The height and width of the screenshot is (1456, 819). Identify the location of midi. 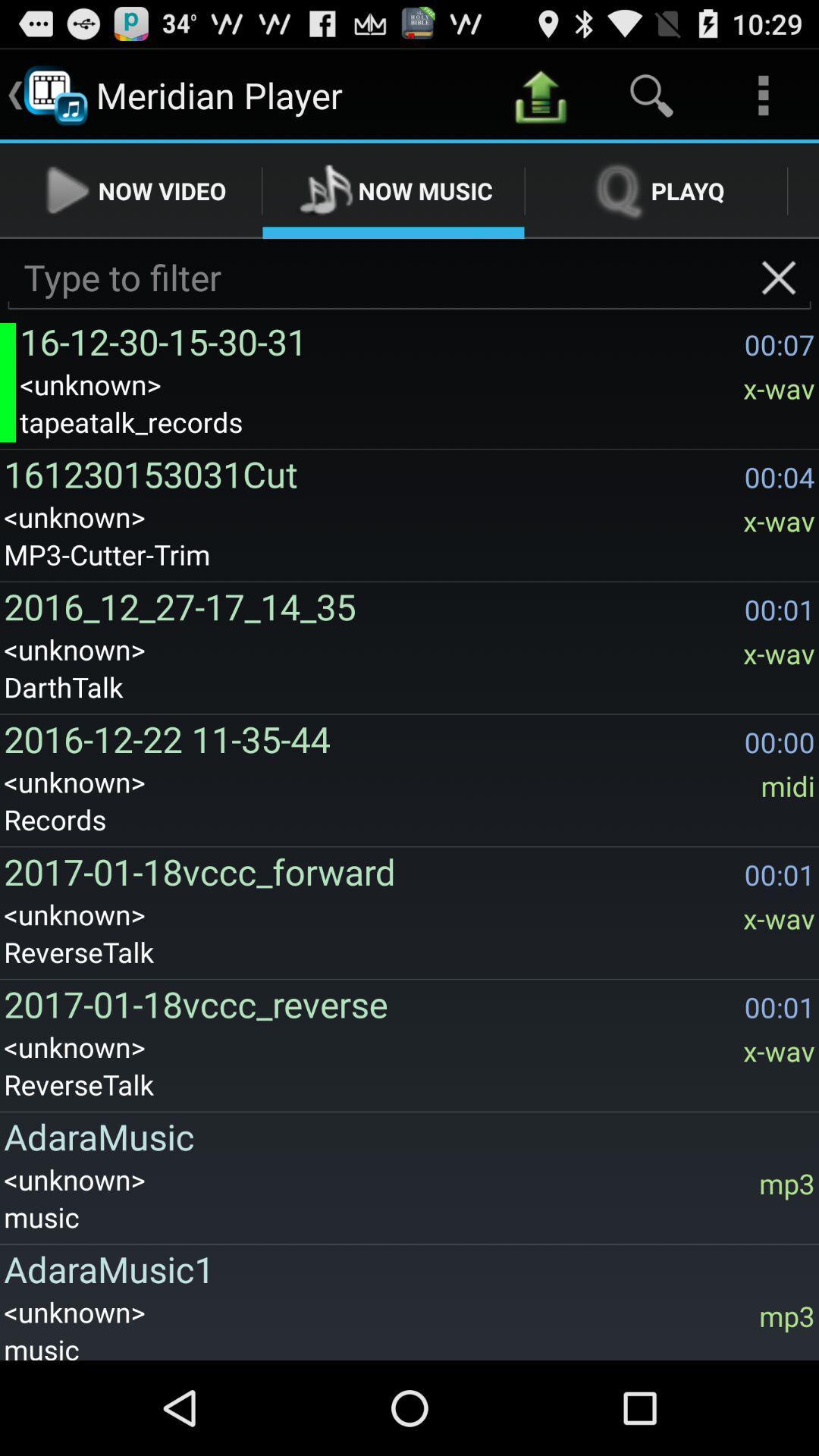
(787, 786).